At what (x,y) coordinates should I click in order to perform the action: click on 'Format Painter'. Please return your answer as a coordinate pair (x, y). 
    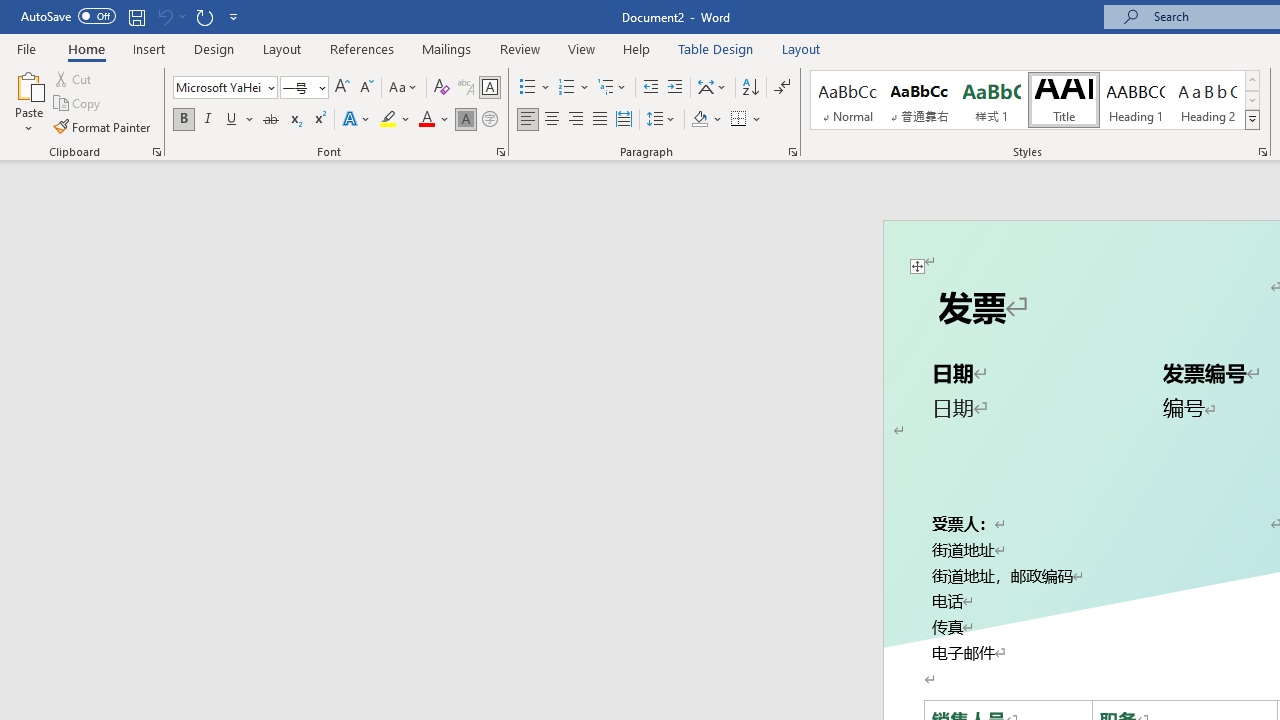
    Looking at the image, I should click on (102, 127).